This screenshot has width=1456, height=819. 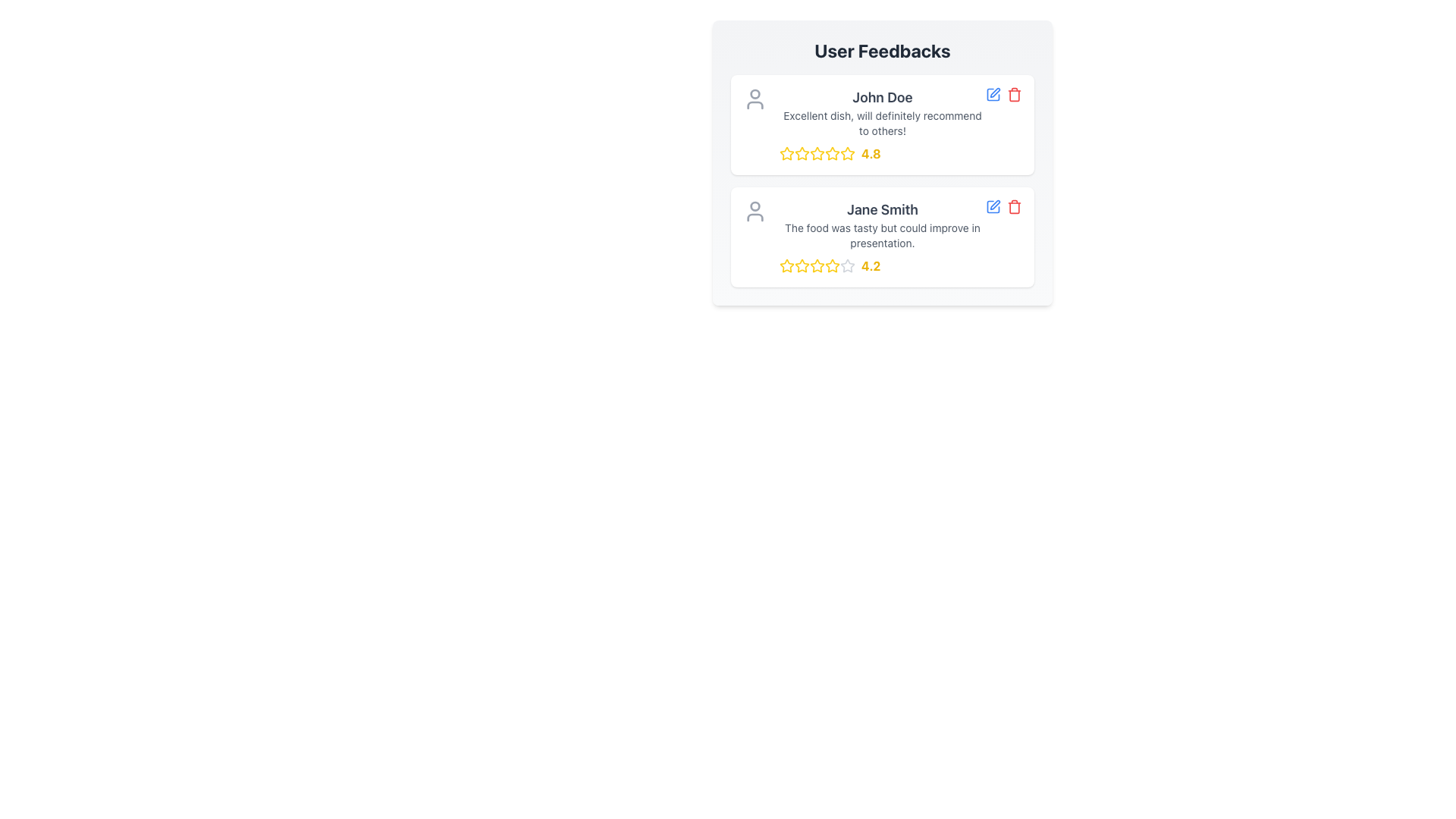 What do you see at coordinates (786, 265) in the screenshot?
I see `the first yellow star-shaped icon in the rating system located below the feedback for 'Jane Smith' in the second feedback card` at bounding box center [786, 265].